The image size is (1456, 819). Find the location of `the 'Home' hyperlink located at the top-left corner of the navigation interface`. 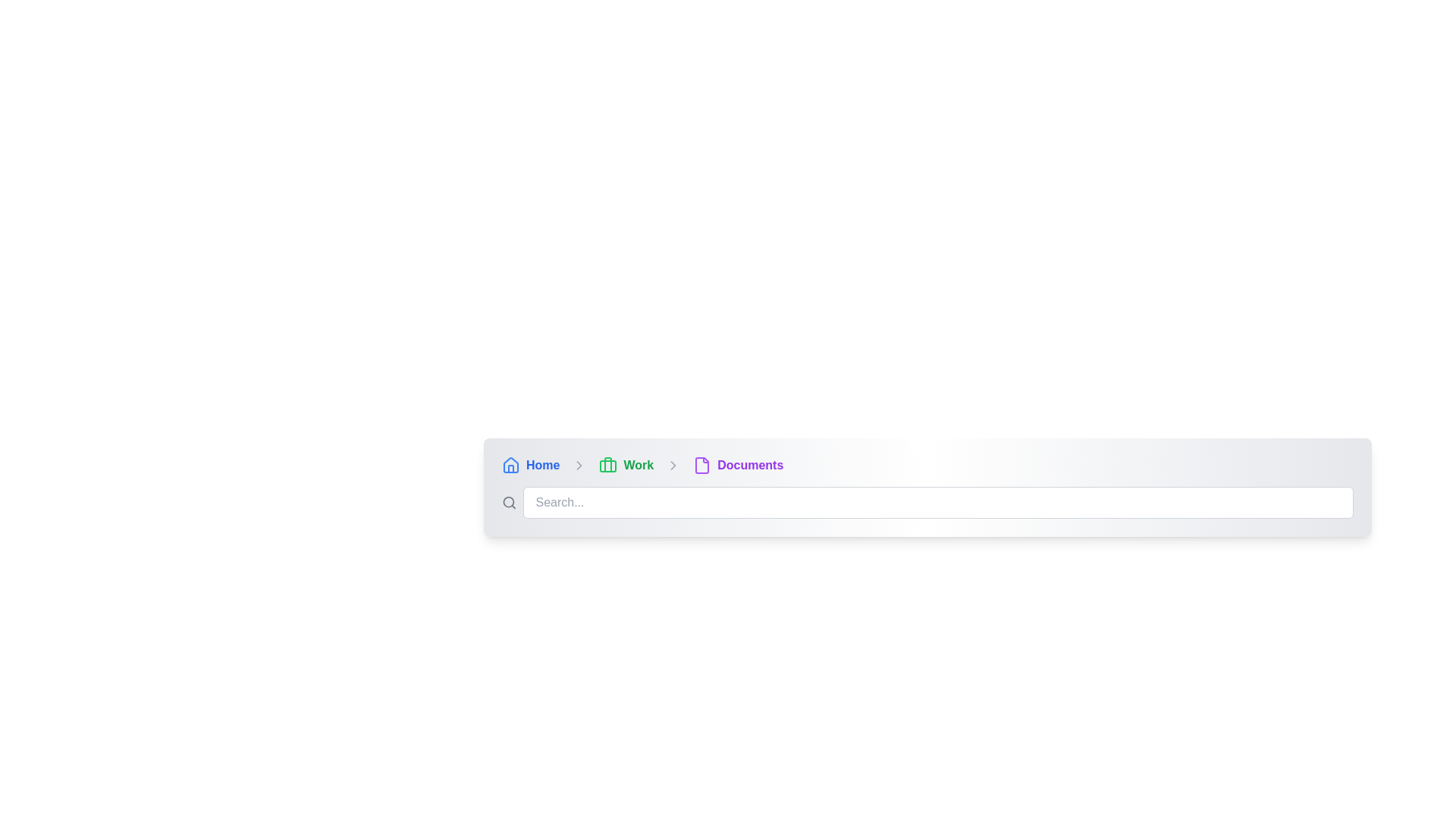

the 'Home' hyperlink located at the top-left corner of the navigation interface is located at coordinates (543, 464).